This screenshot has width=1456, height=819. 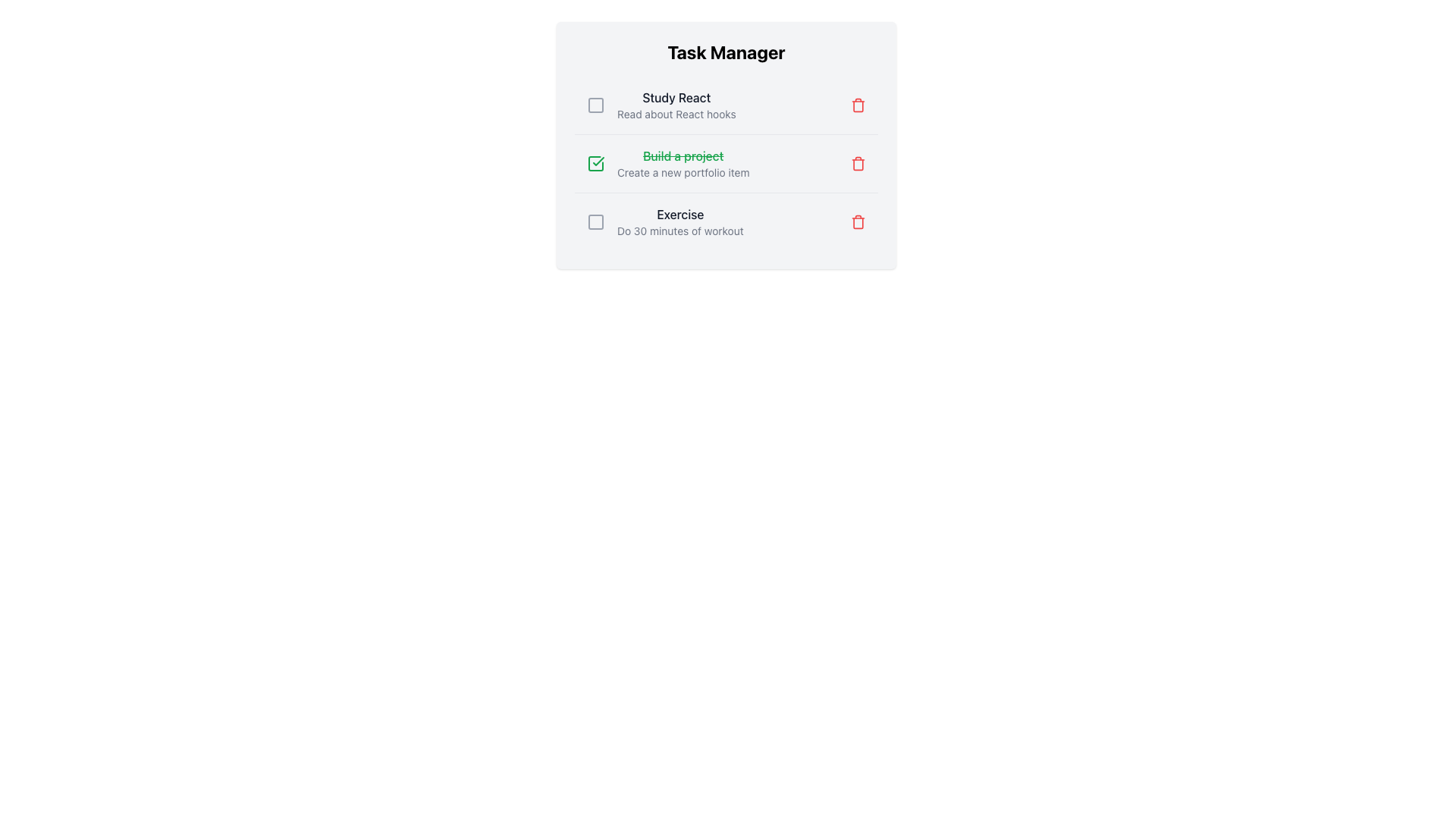 What do you see at coordinates (676, 97) in the screenshot?
I see `on the title text label of the first task item in the 'Task Manager' list interface` at bounding box center [676, 97].